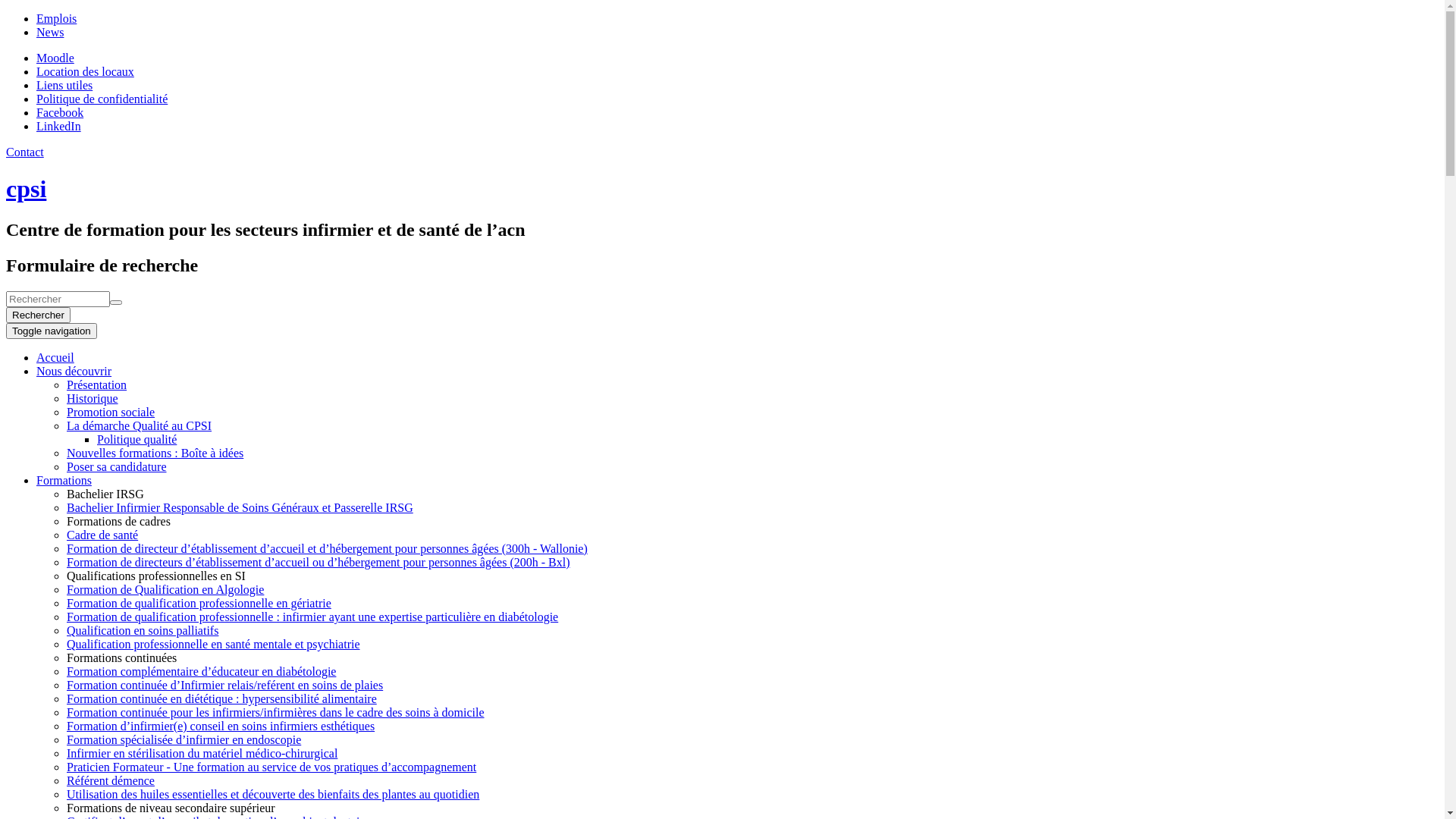 The image size is (1456, 819). What do you see at coordinates (26, 188) in the screenshot?
I see `'cpsi'` at bounding box center [26, 188].